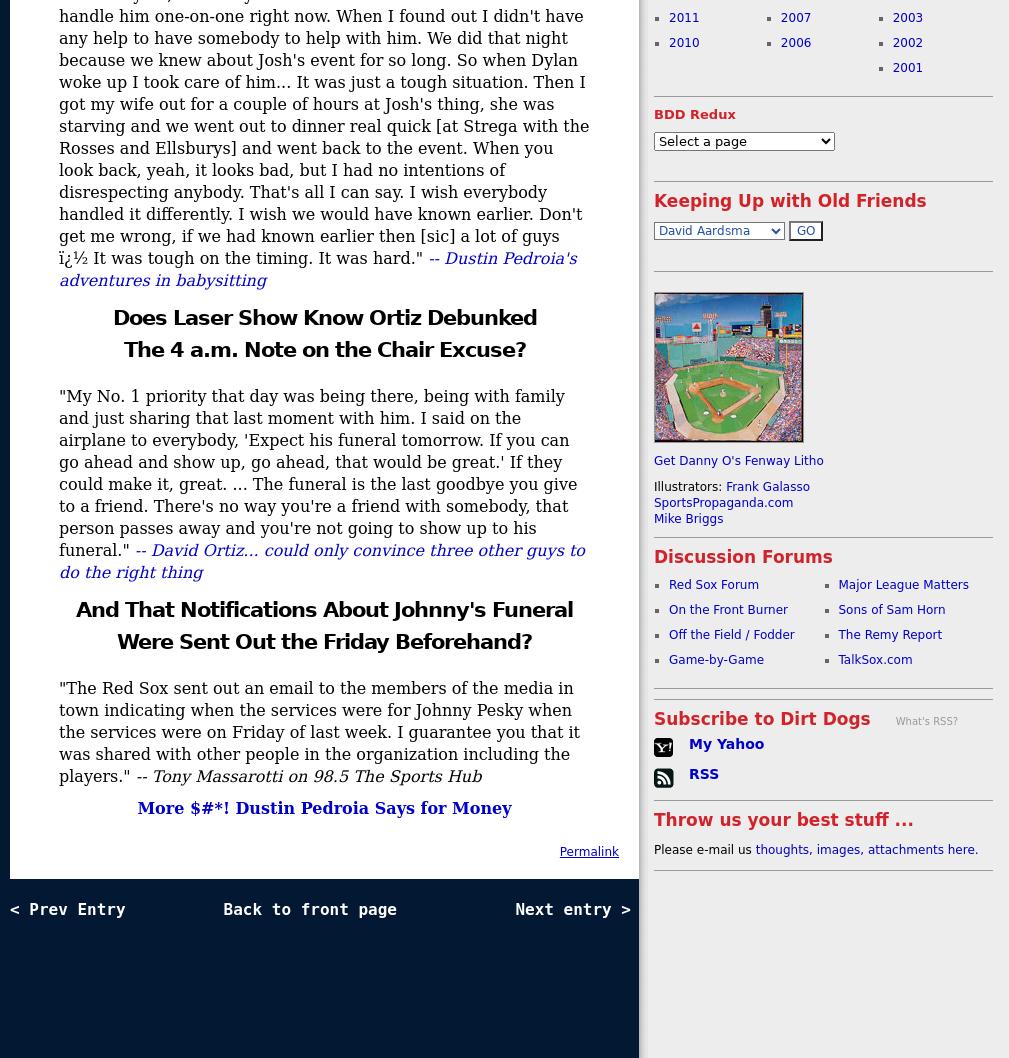 The width and height of the screenshot is (1009, 1058). I want to click on 'And That Notifications About Johnny's Funeral', so click(323, 610).